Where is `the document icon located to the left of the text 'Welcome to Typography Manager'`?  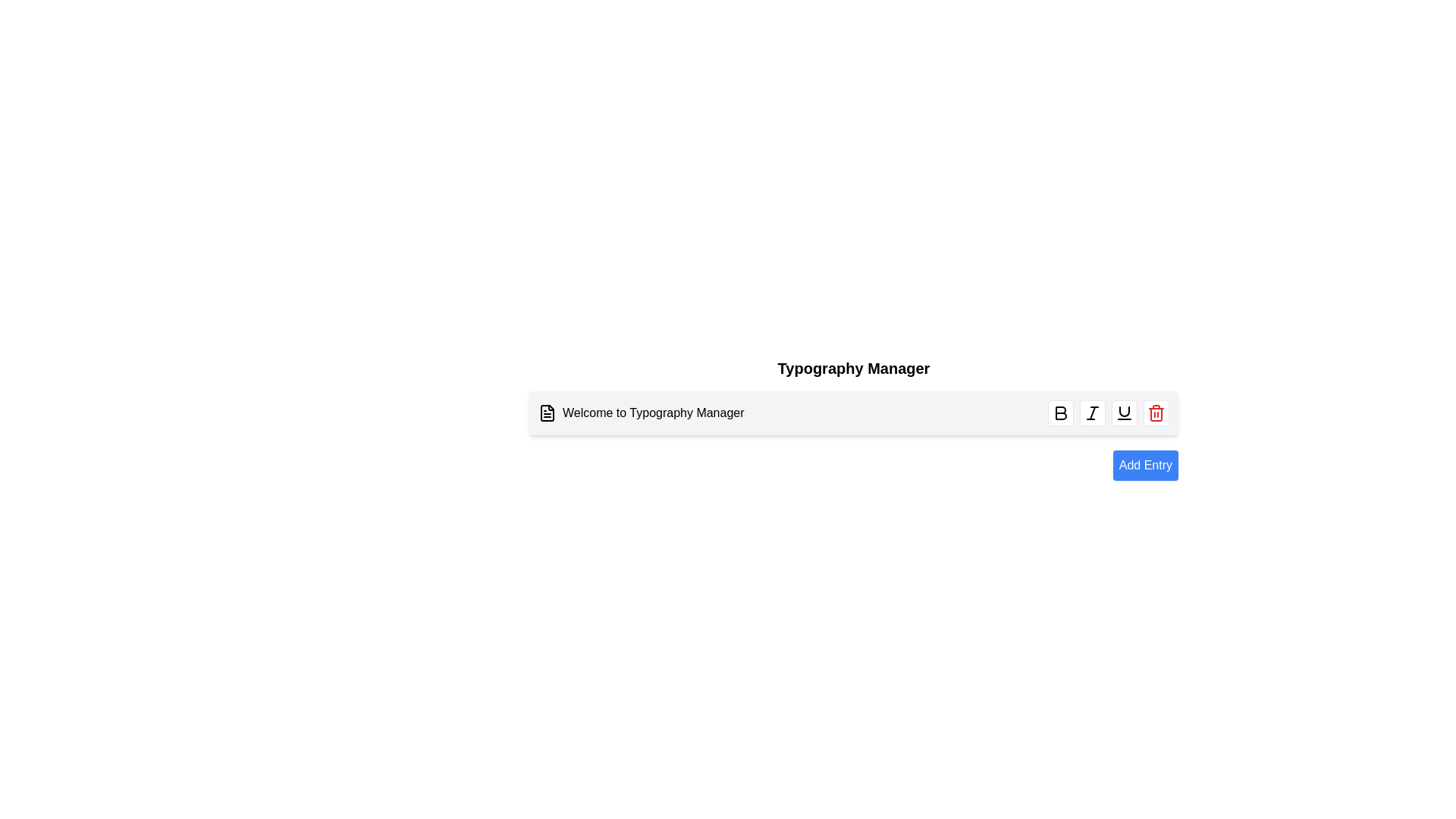 the document icon located to the left of the text 'Welcome to Typography Manager' is located at coordinates (546, 413).